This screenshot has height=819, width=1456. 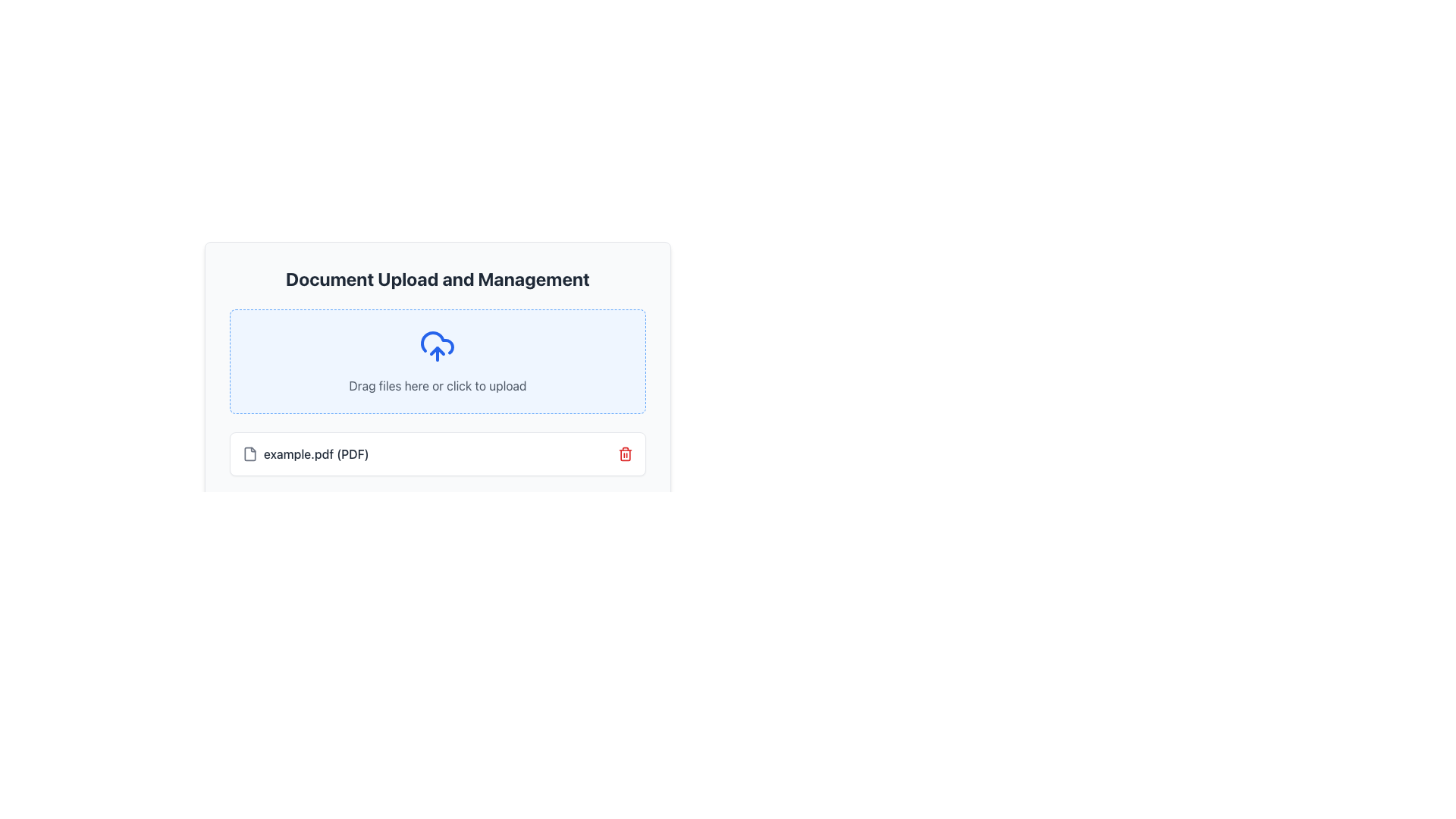 What do you see at coordinates (437, 362) in the screenshot?
I see `the drag-and-drop upload area` at bounding box center [437, 362].